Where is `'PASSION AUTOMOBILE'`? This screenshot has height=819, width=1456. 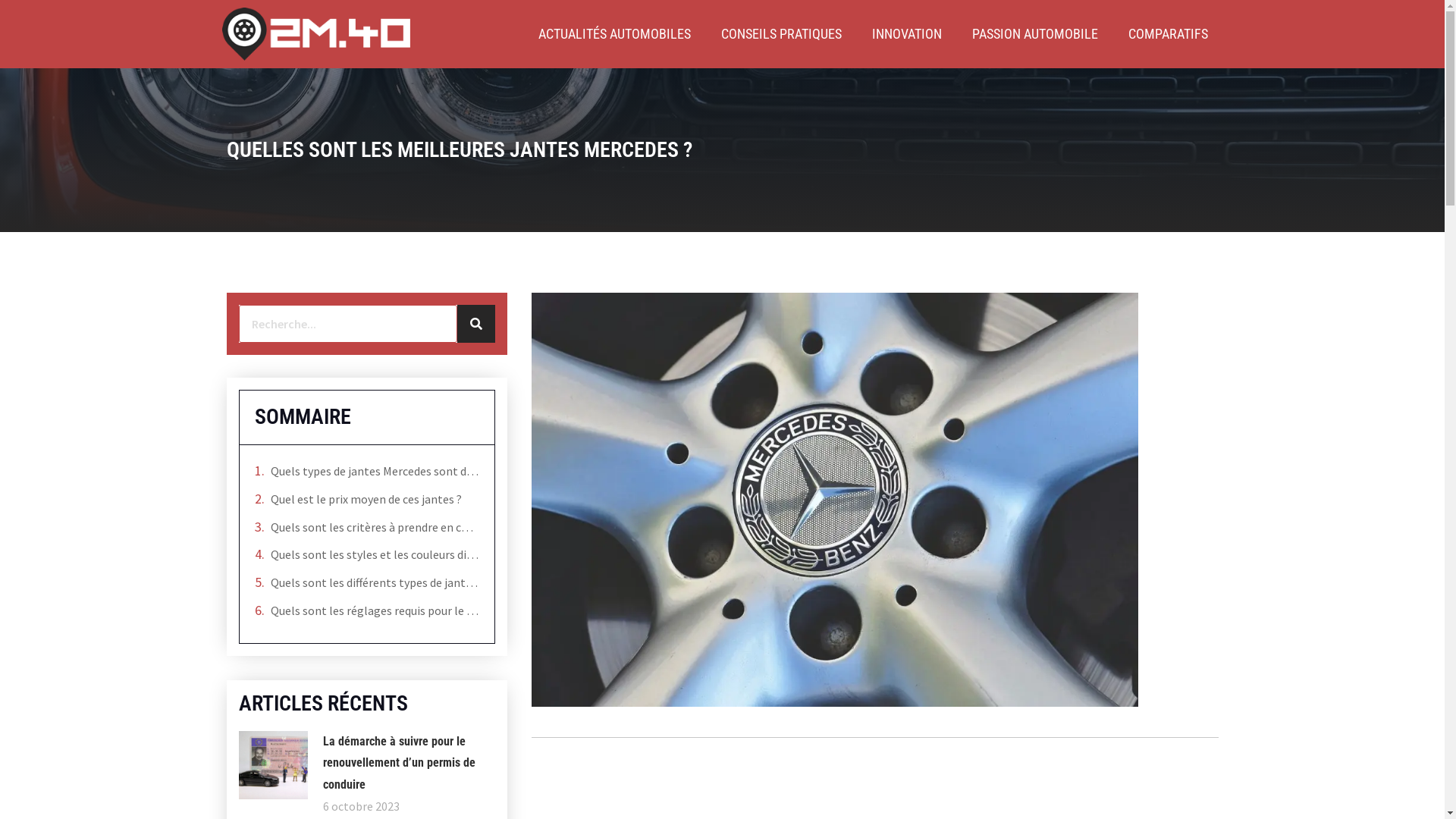 'PASSION AUTOMOBILE' is located at coordinates (1034, 34).